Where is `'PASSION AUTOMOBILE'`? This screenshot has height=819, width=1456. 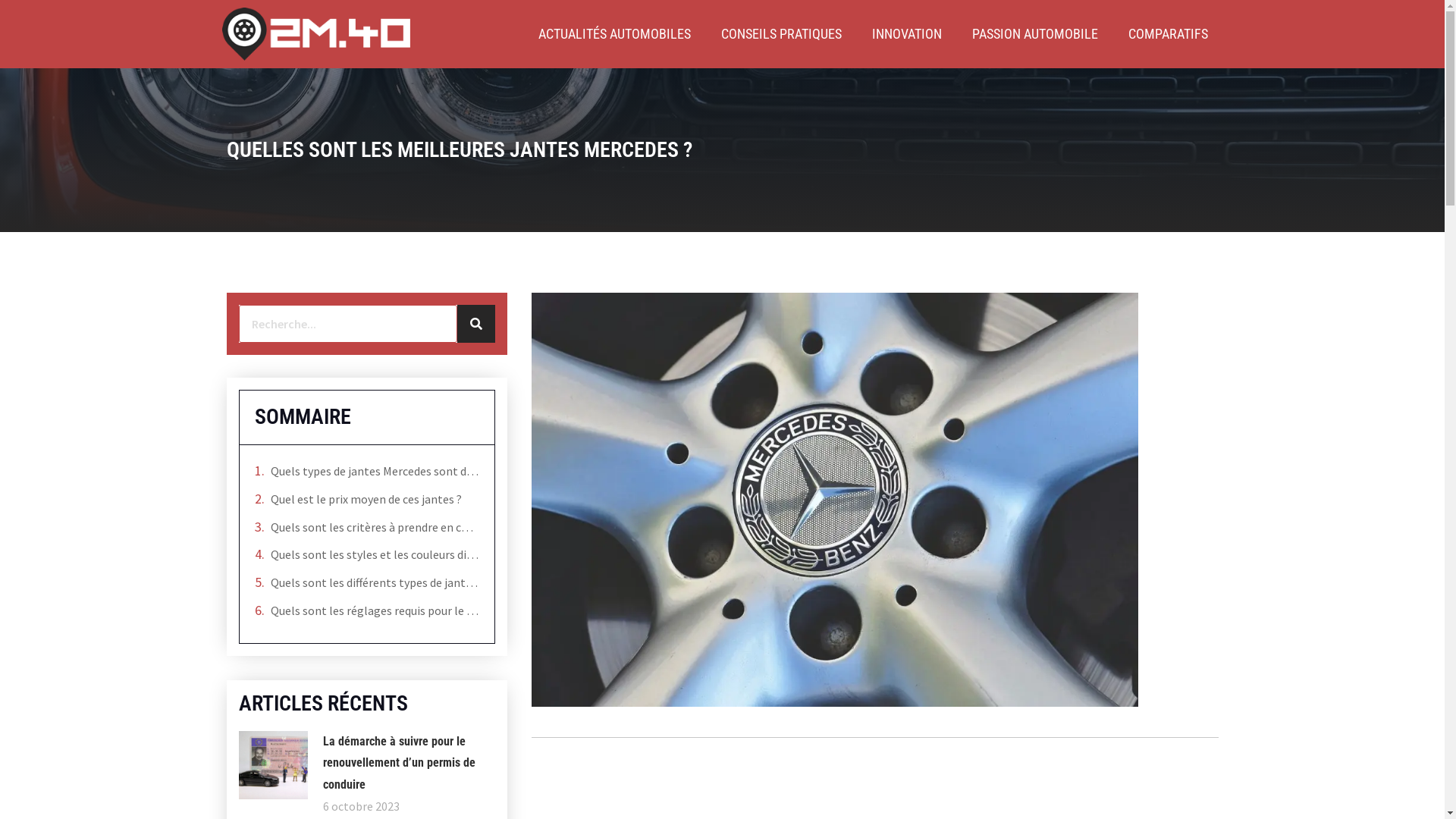 'PASSION AUTOMOBILE' is located at coordinates (1034, 34).